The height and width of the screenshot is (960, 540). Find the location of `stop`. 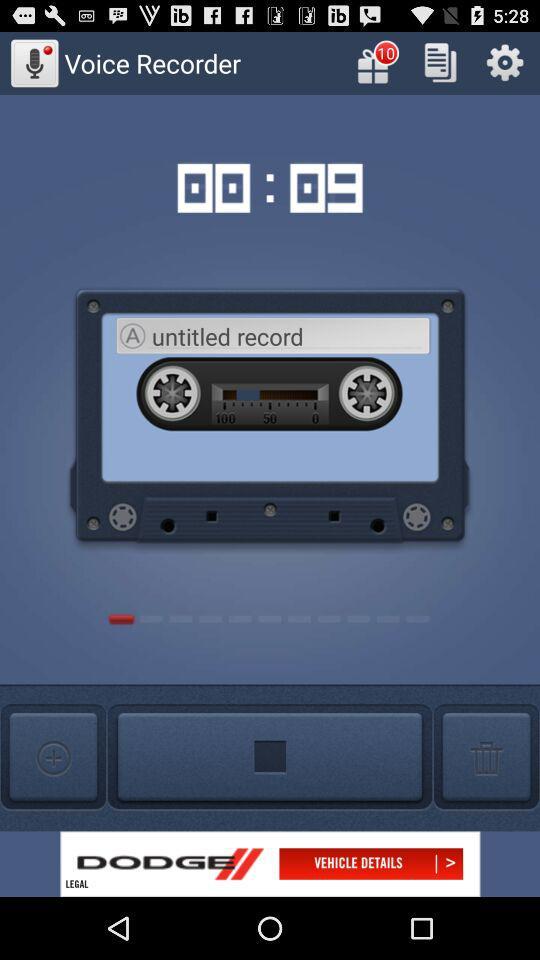

stop is located at coordinates (270, 756).